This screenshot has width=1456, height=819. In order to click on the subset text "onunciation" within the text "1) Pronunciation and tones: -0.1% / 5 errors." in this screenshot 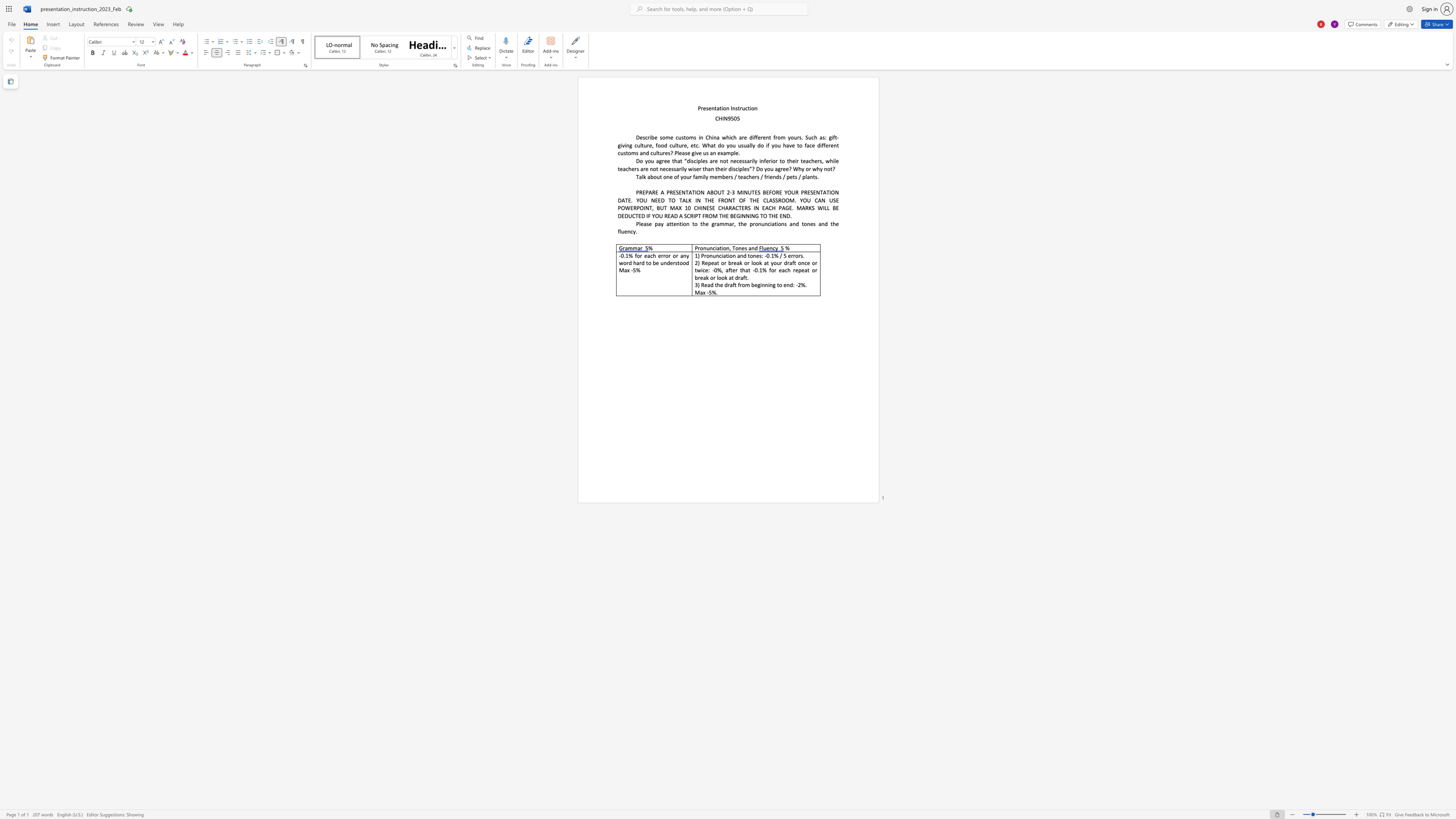, I will do `click(705, 255)`.